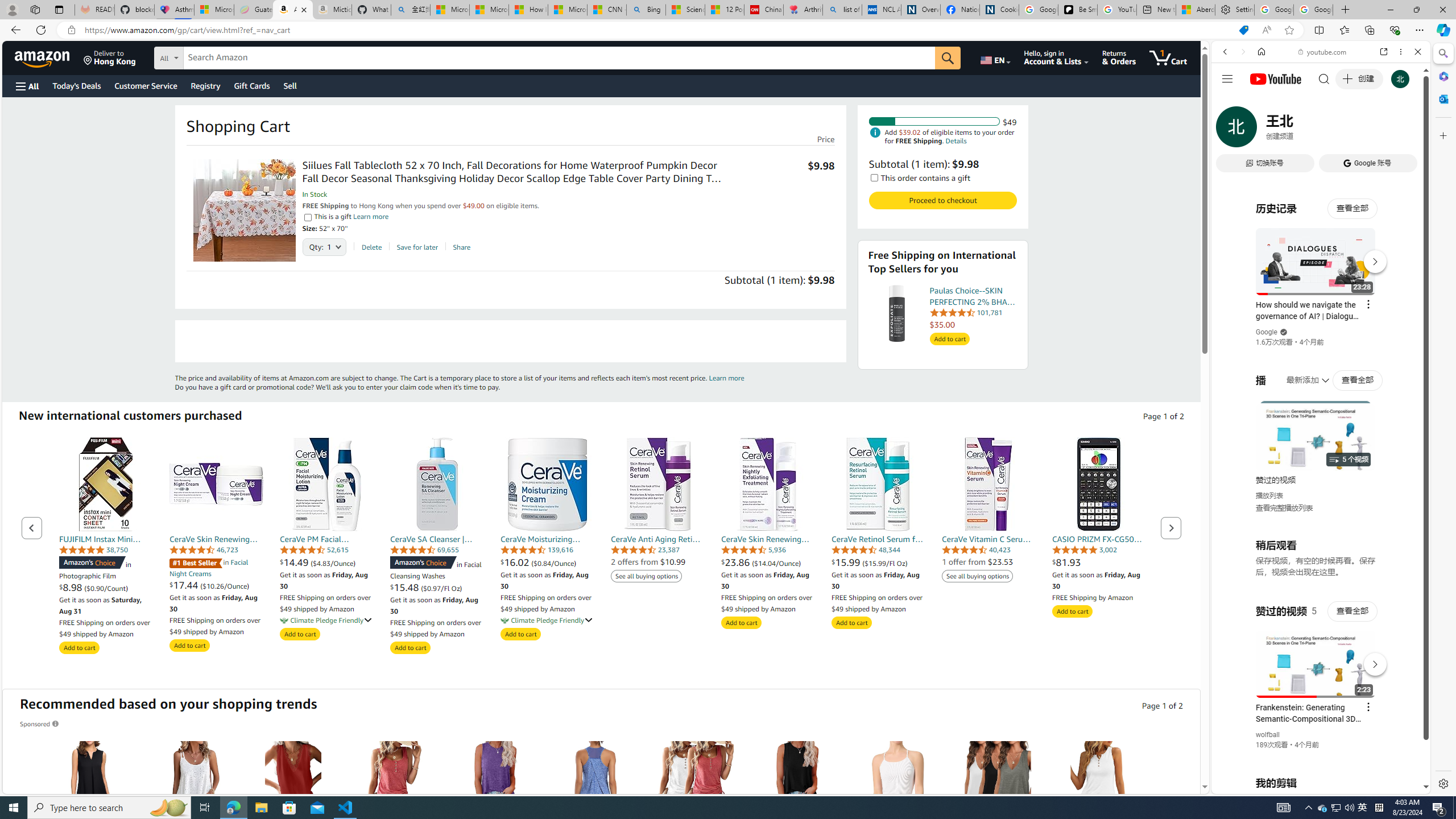  I want to click on 'Hello, sign in Account & Lists', so click(1057, 57).